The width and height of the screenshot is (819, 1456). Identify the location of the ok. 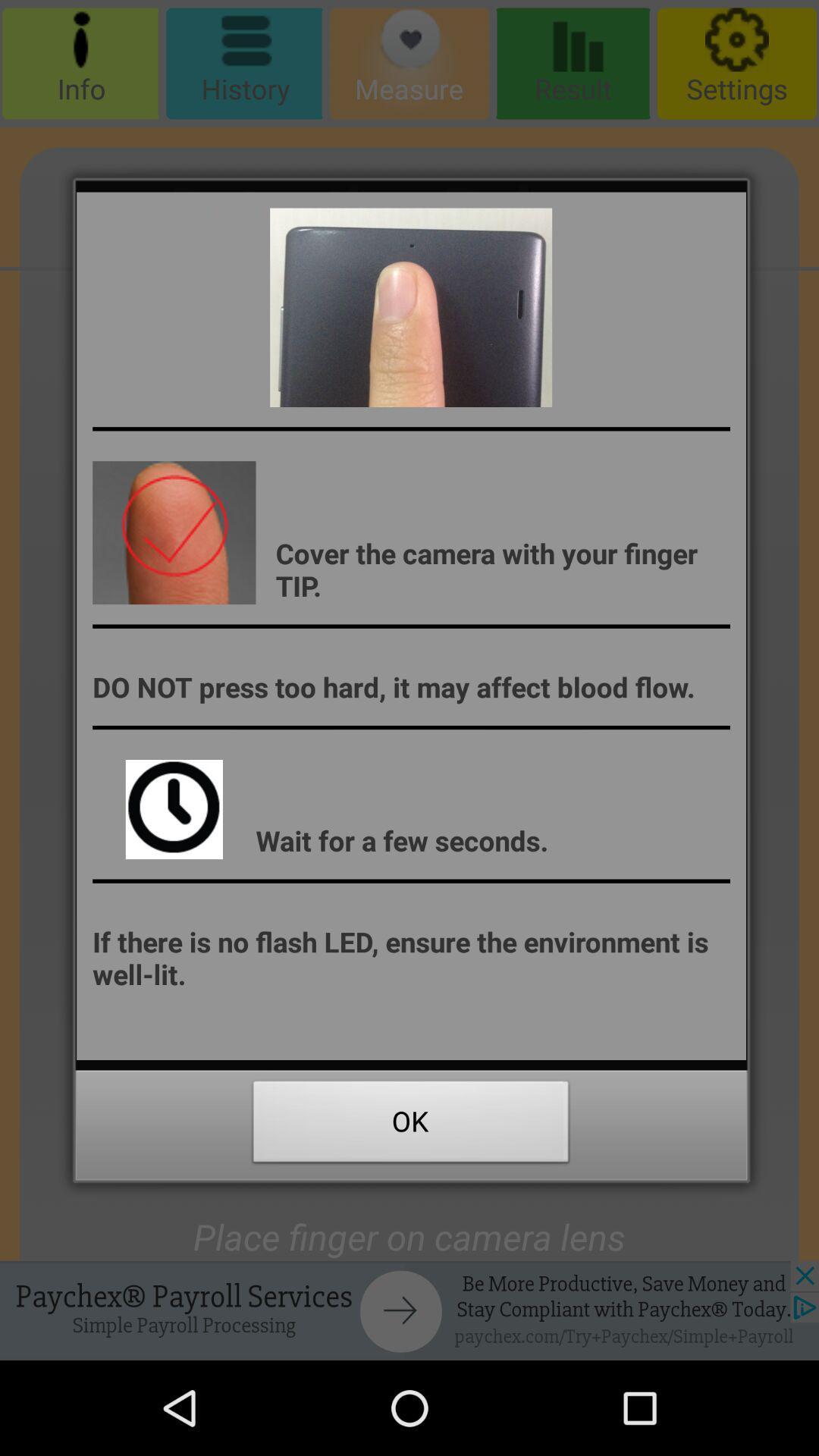
(411, 1125).